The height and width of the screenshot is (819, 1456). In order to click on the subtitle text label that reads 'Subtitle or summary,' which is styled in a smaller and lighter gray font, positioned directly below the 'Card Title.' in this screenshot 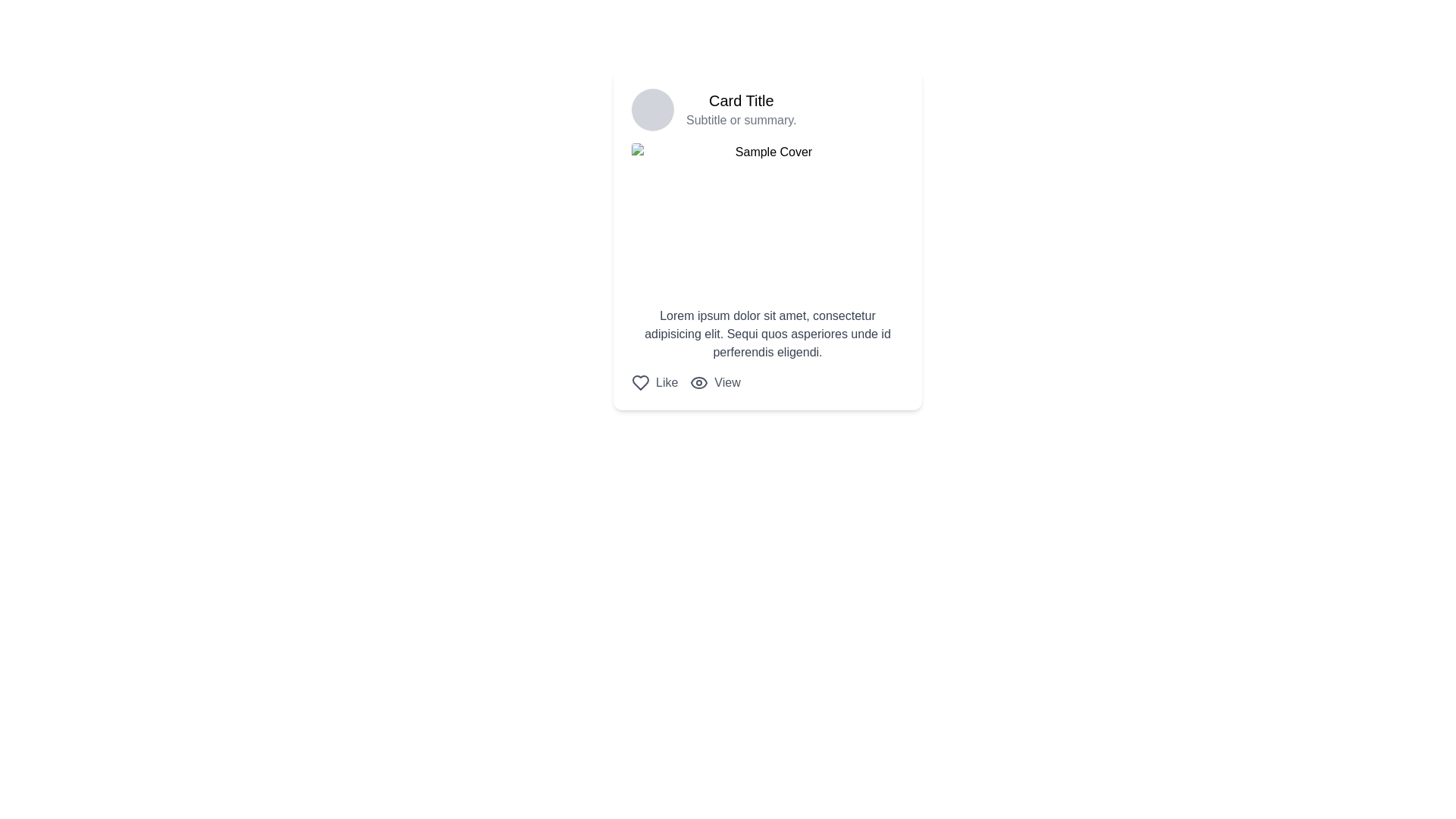, I will do `click(741, 119)`.